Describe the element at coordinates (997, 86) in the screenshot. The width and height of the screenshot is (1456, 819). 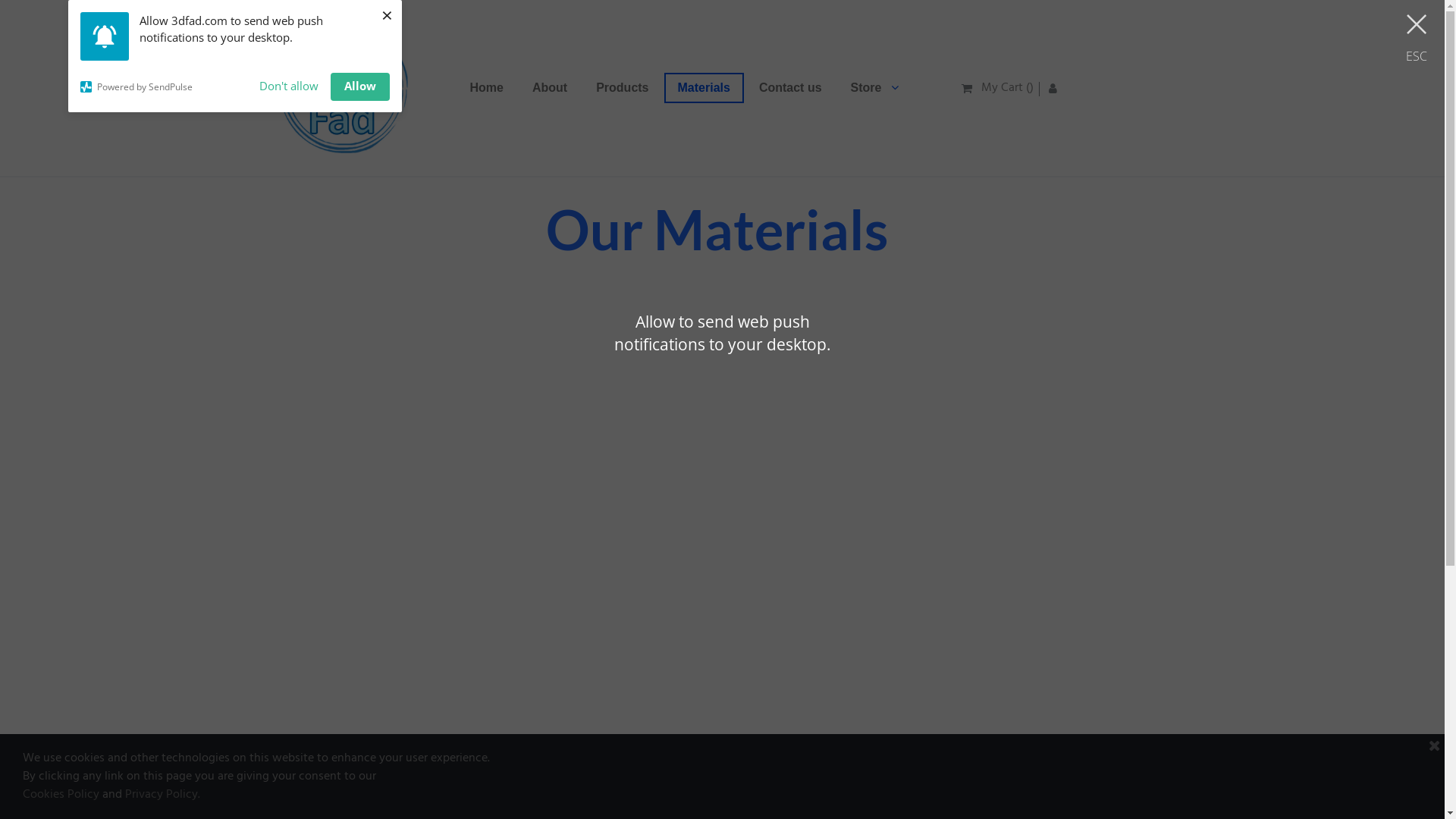
I see `'My Cart ()'` at that location.